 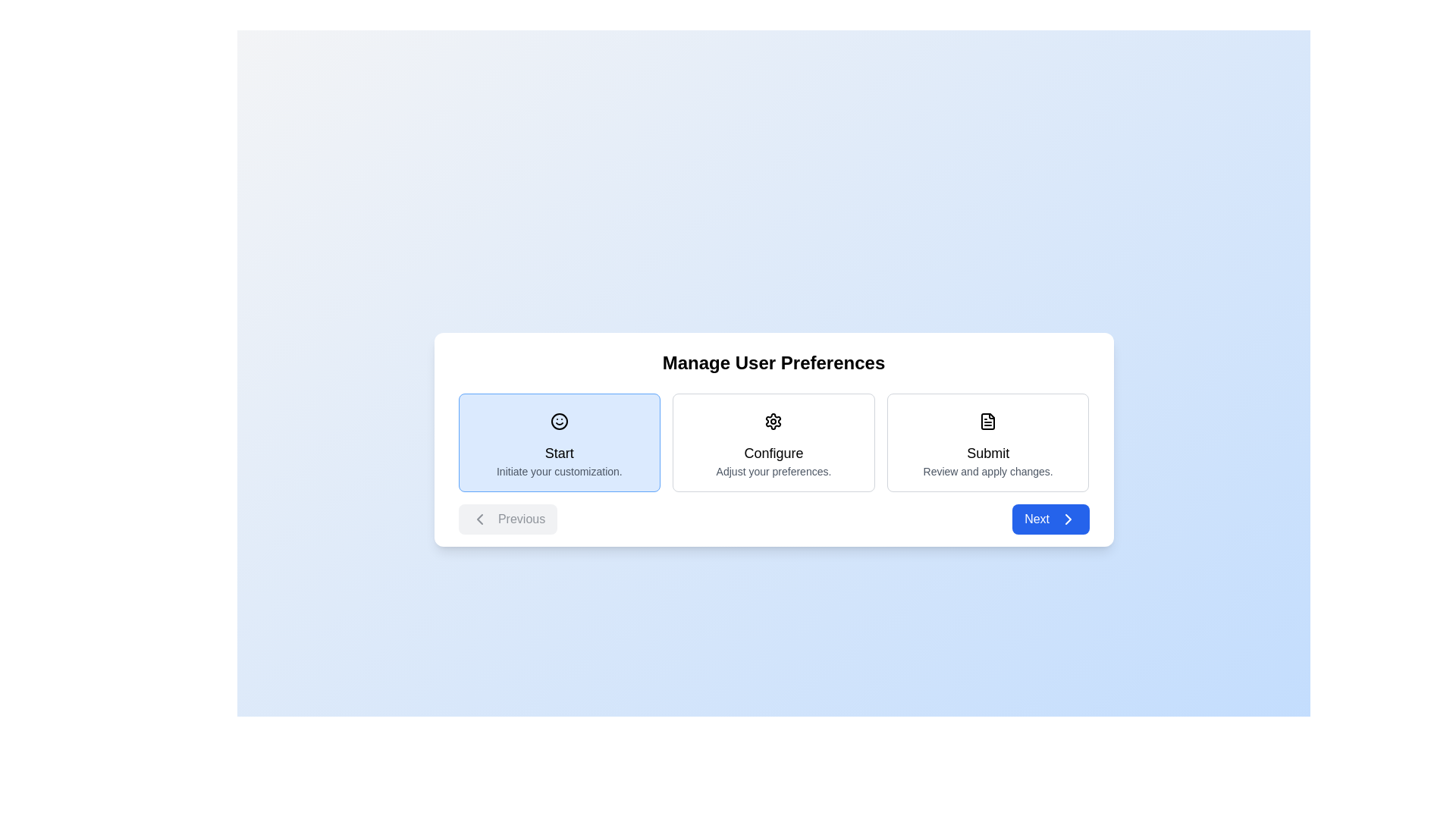 I want to click on the 'Previous' button to navigate to the previous step, so click(x=507, y=518).